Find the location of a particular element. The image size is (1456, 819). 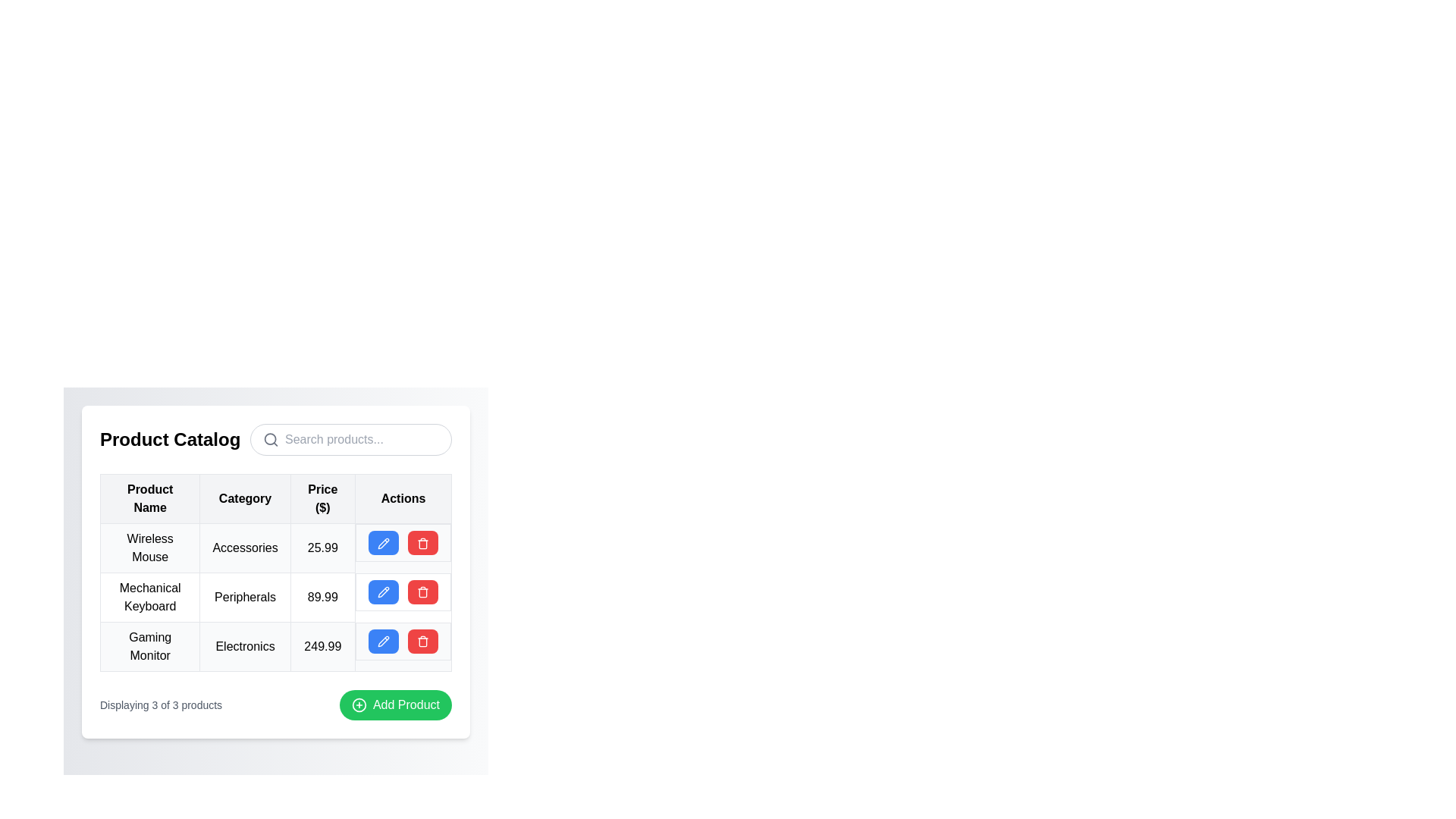

the static text displaying '25.99' in the 'Price ($)' column of the product table, which is aligned with the 'Wireless Mouse' and 'Accessories' is located at coordinates (322, 548).